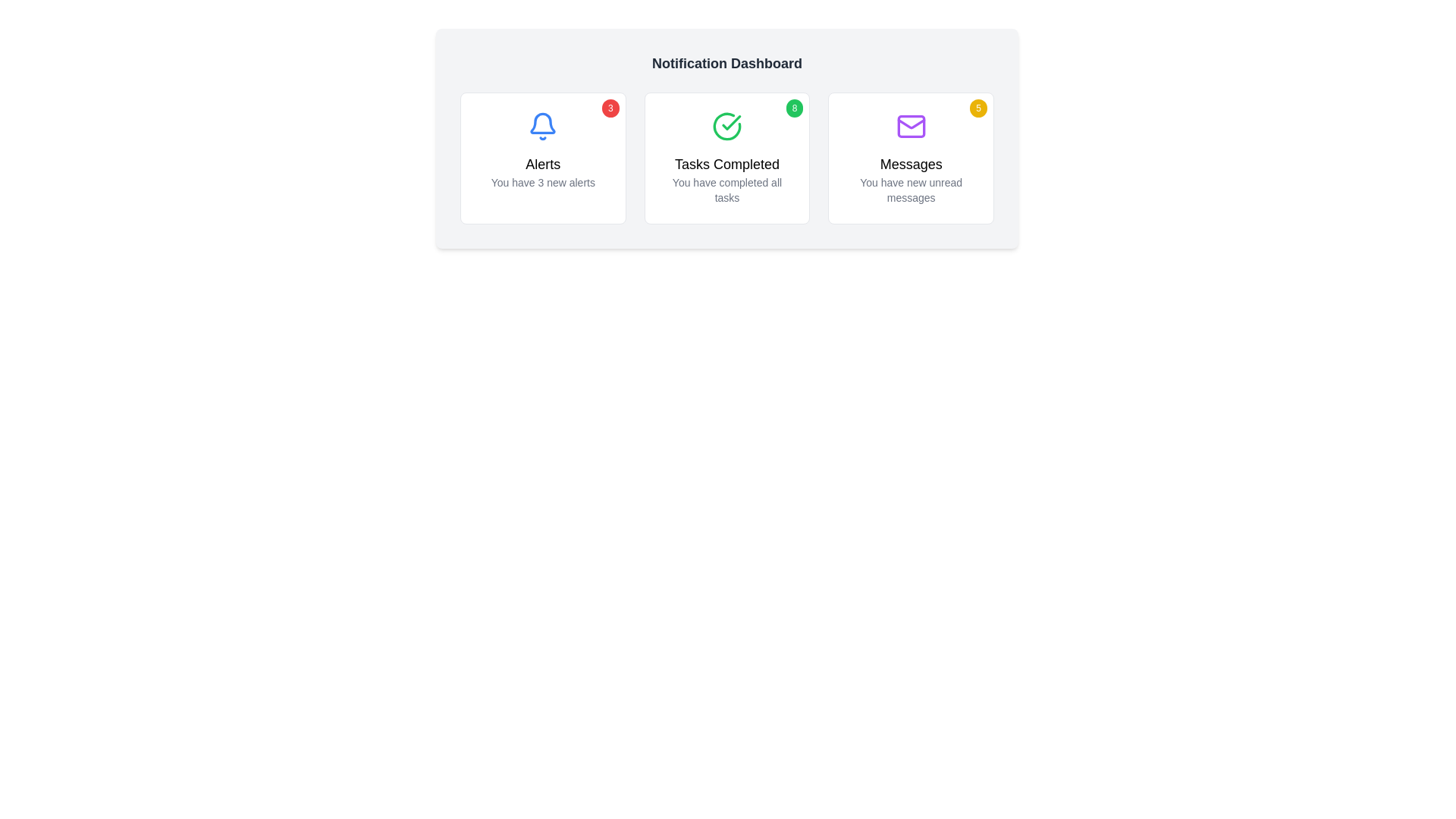  I want to click on the curved, bell-shaped notification icon with a blue stroke located in the 'Alerts' section of the Notification Dashboard, so click(543, 122).